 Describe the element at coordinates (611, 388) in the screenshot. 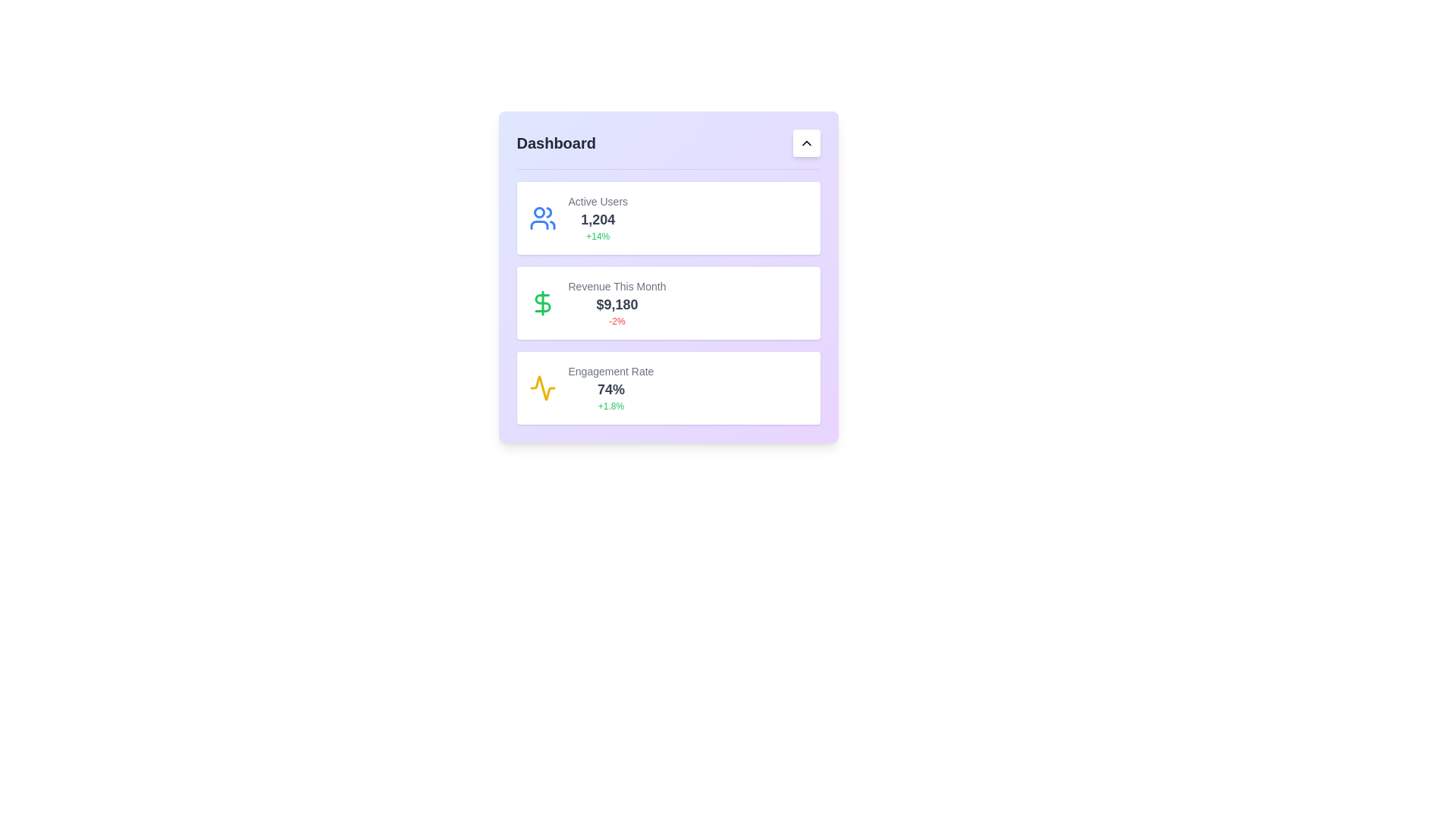

I see `the third Metric Display element that shows engagement percentage on the light purple dashboard panel` at that location.